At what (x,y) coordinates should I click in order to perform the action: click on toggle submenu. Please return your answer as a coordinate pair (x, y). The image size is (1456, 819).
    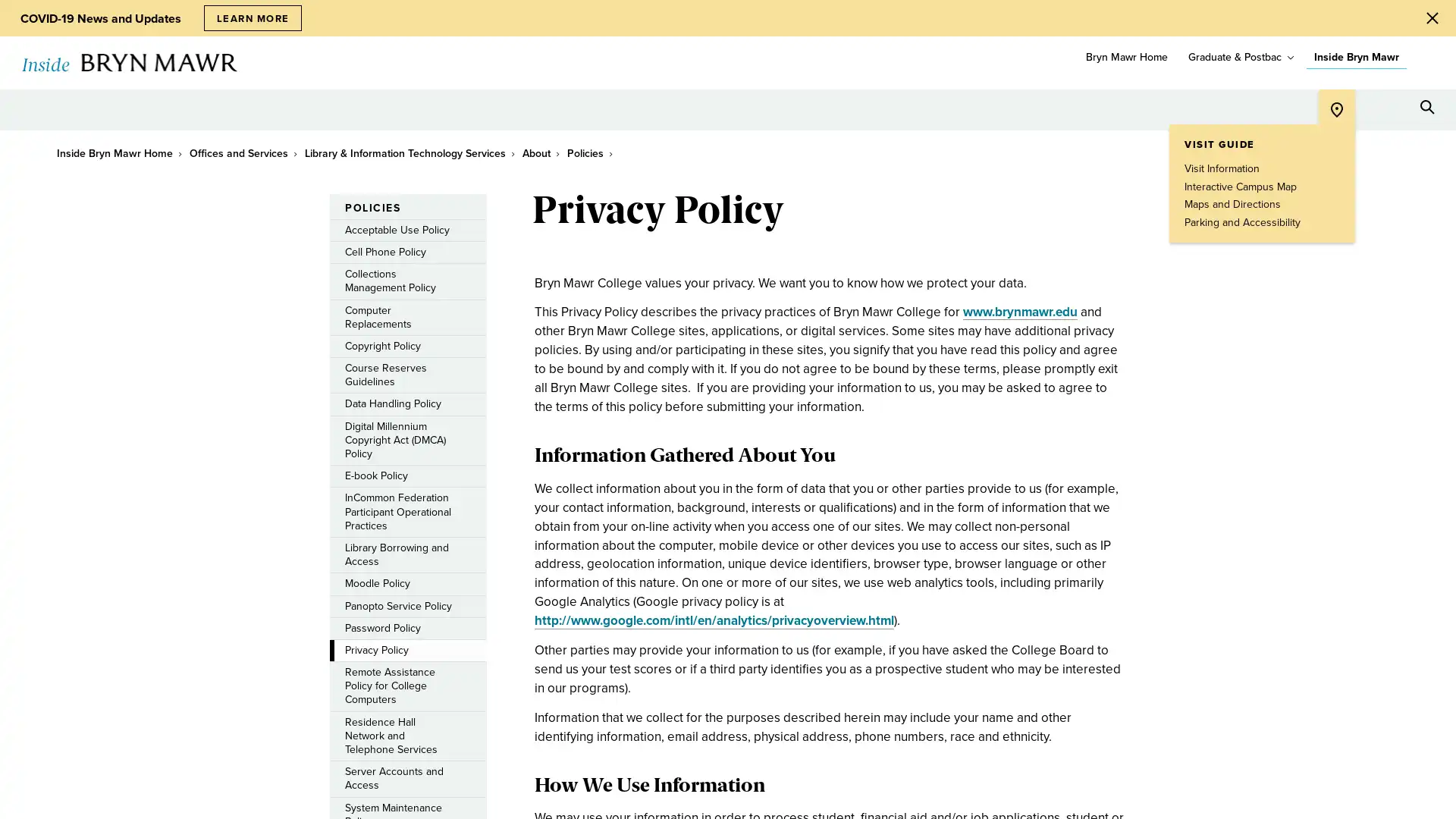
    Looking at the image, I should click on (331, 99).